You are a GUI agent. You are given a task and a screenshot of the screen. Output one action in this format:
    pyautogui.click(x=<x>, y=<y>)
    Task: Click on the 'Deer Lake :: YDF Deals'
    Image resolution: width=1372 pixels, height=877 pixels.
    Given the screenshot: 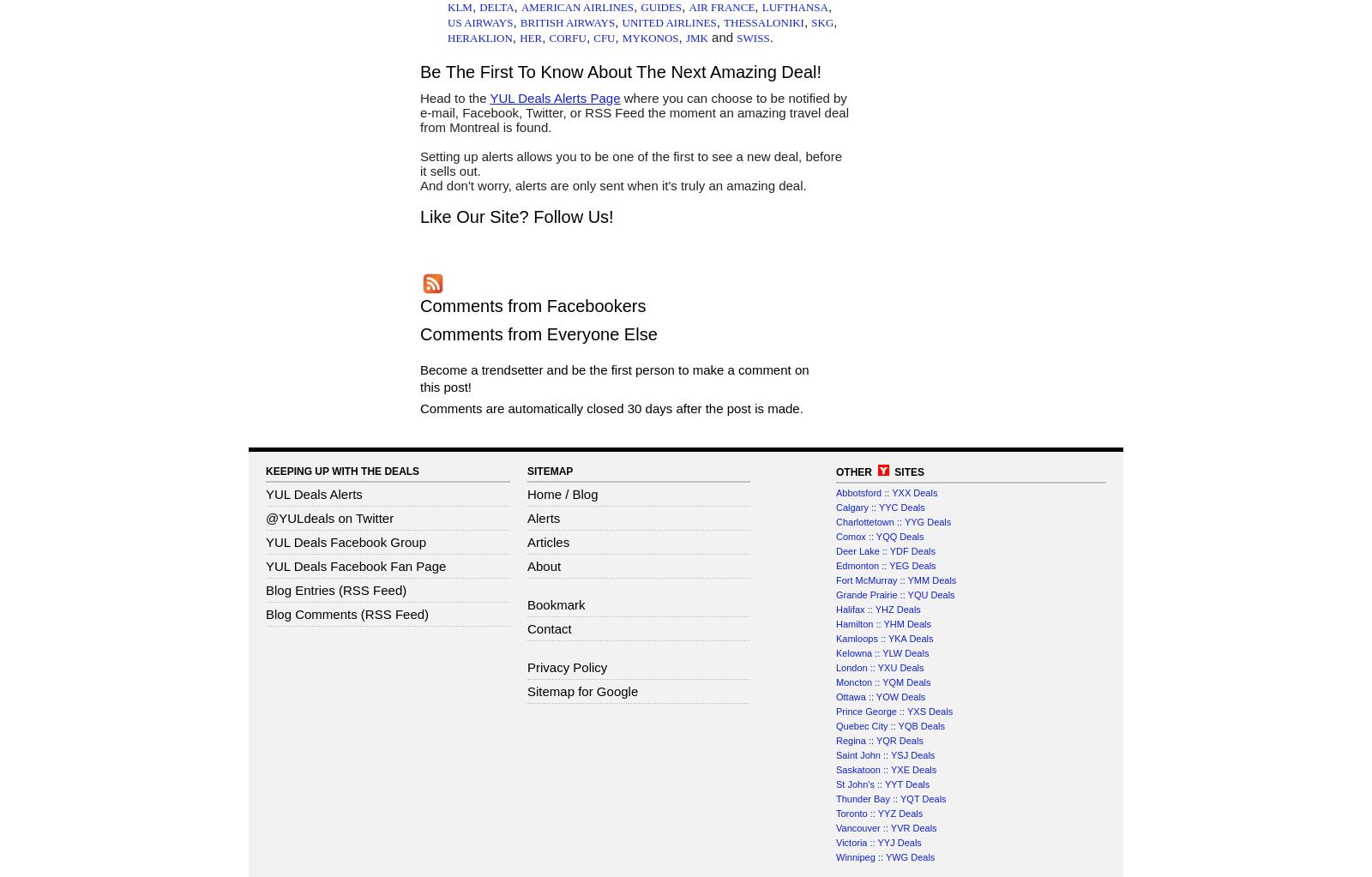 What is the action you would take?
    pyautogui.click(x=885, y=550)
    